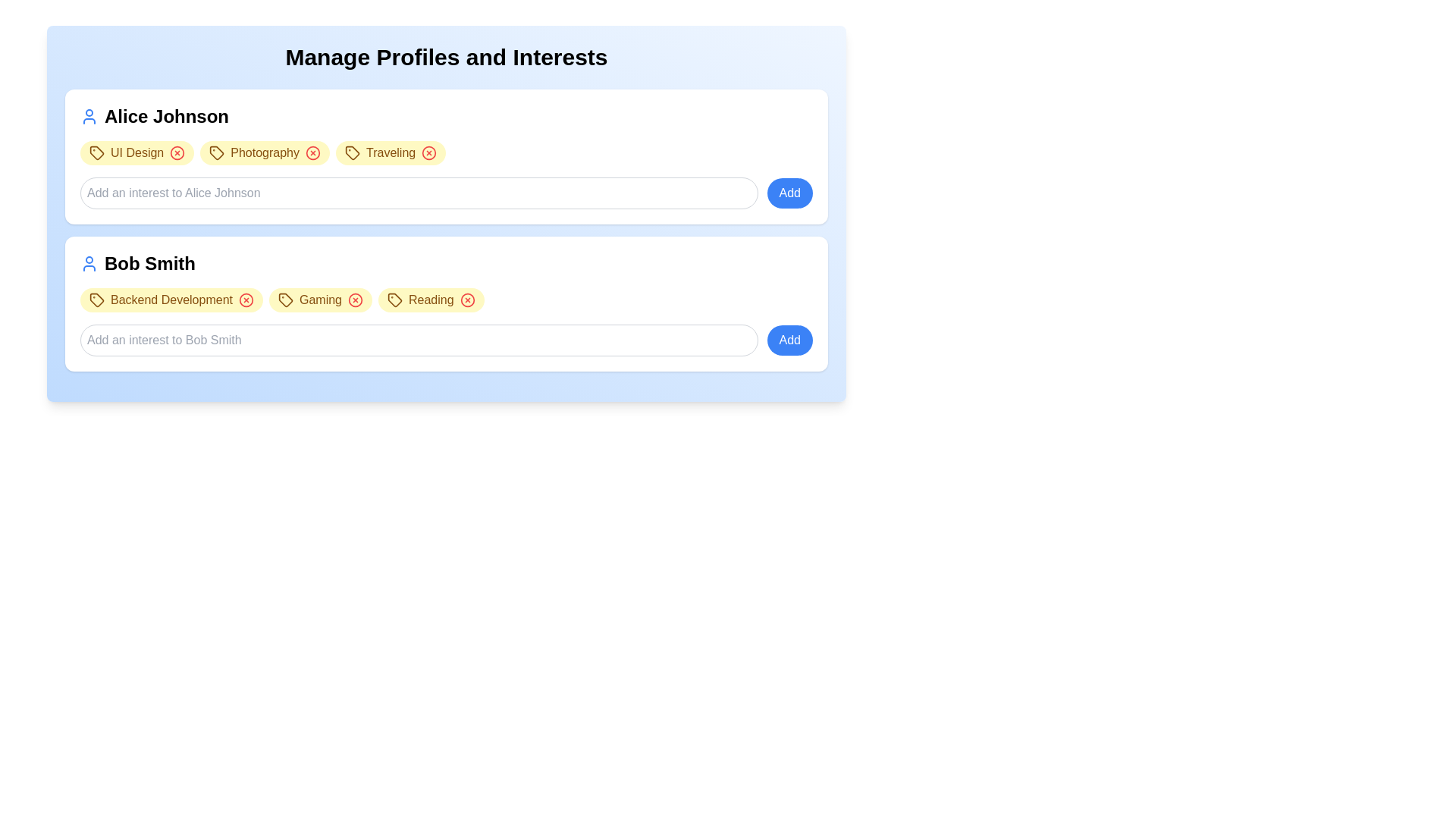 The width and height of the screenshot is (1456, 819). I want to click on the tag icon with a yellow background located in the second profile block titled 'Bob Smith', which is directly preceding the text 'Reading', so click(395, 300).